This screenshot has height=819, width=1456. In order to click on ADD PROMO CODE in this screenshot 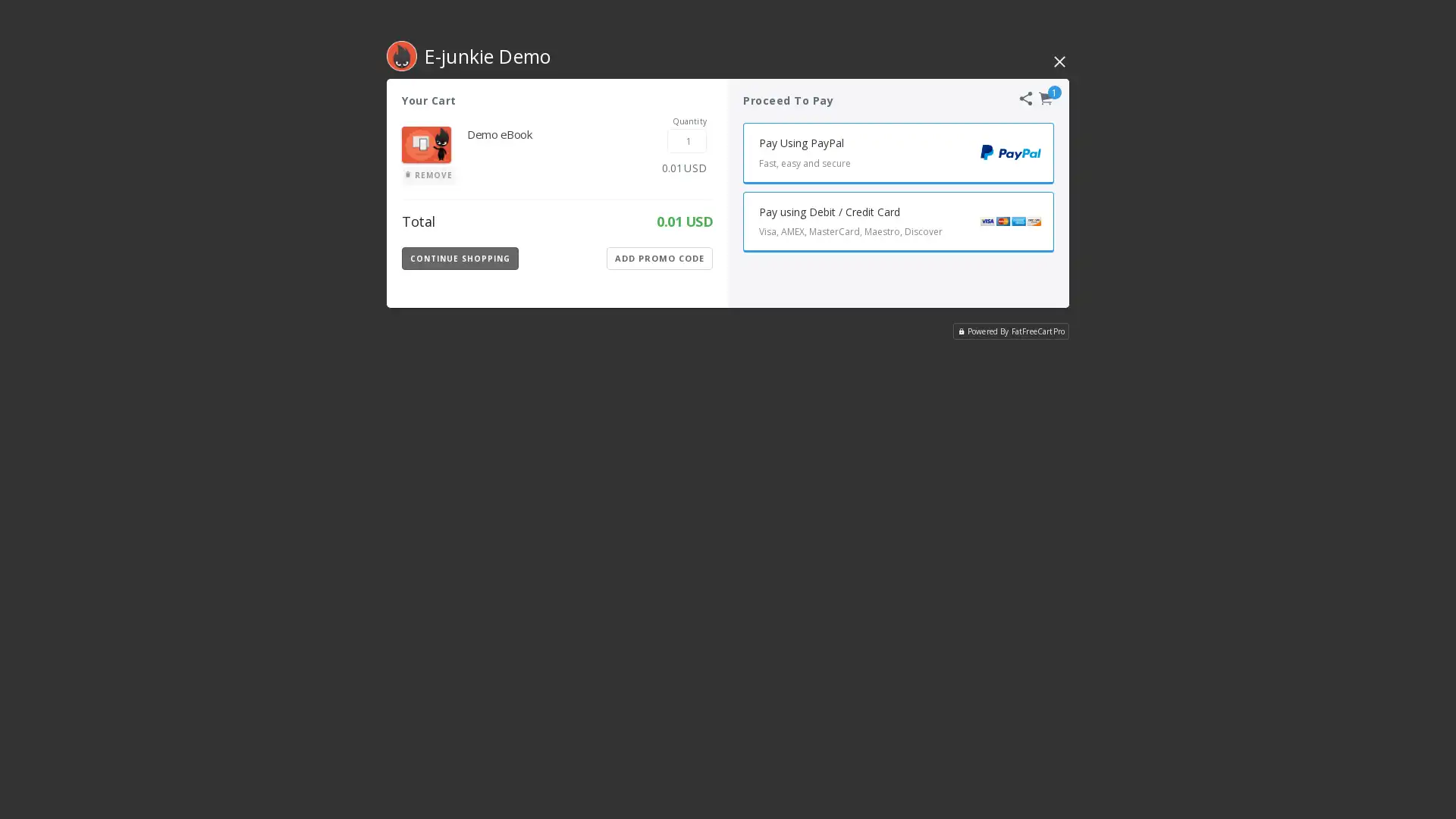, I will do `click(659, 257)`.